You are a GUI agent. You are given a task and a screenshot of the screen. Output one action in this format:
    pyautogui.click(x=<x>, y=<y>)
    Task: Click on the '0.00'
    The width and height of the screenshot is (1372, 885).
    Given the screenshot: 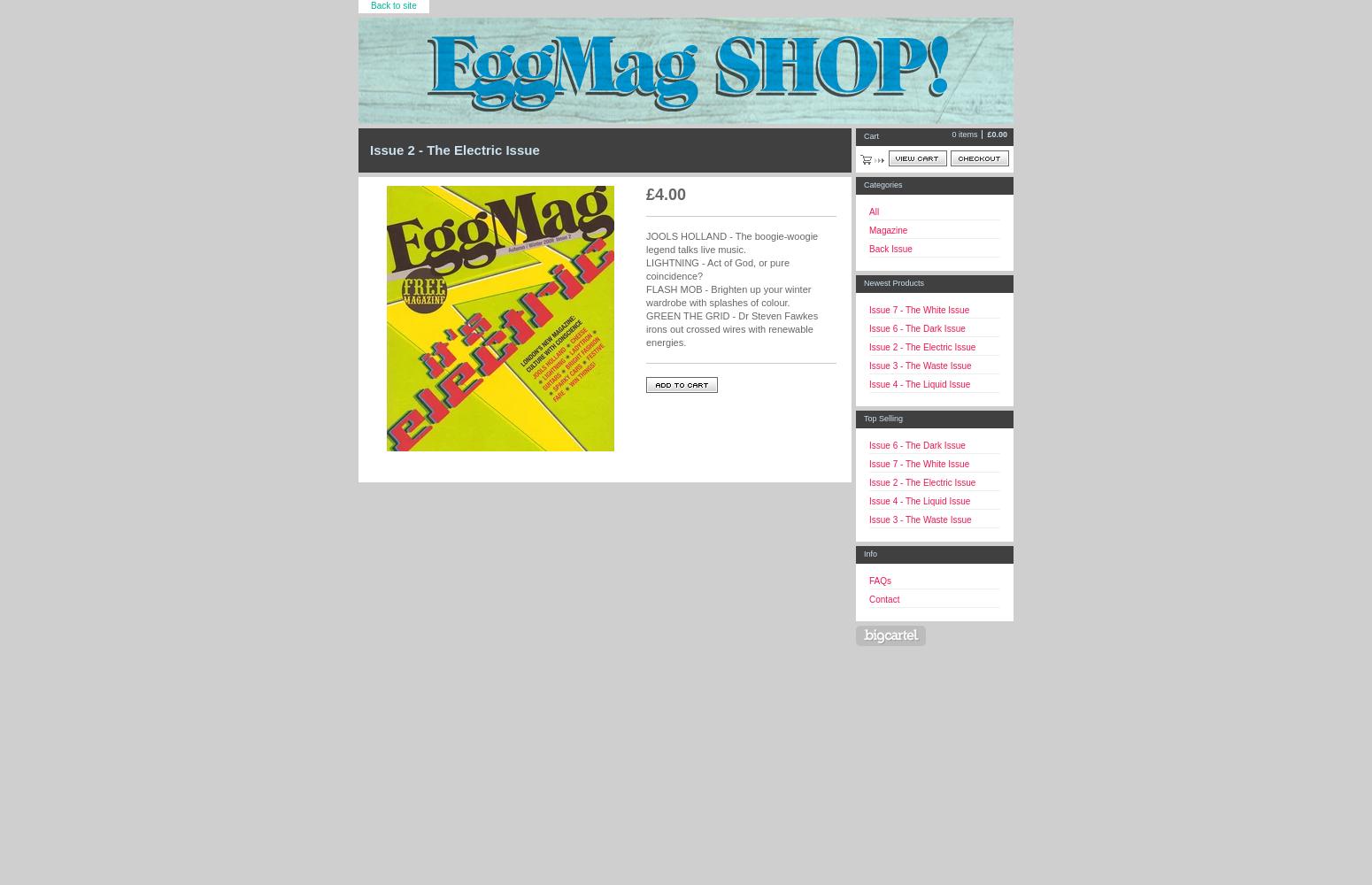 What is the action you would take?
    pyautogui.click(x=998, y=135)
    